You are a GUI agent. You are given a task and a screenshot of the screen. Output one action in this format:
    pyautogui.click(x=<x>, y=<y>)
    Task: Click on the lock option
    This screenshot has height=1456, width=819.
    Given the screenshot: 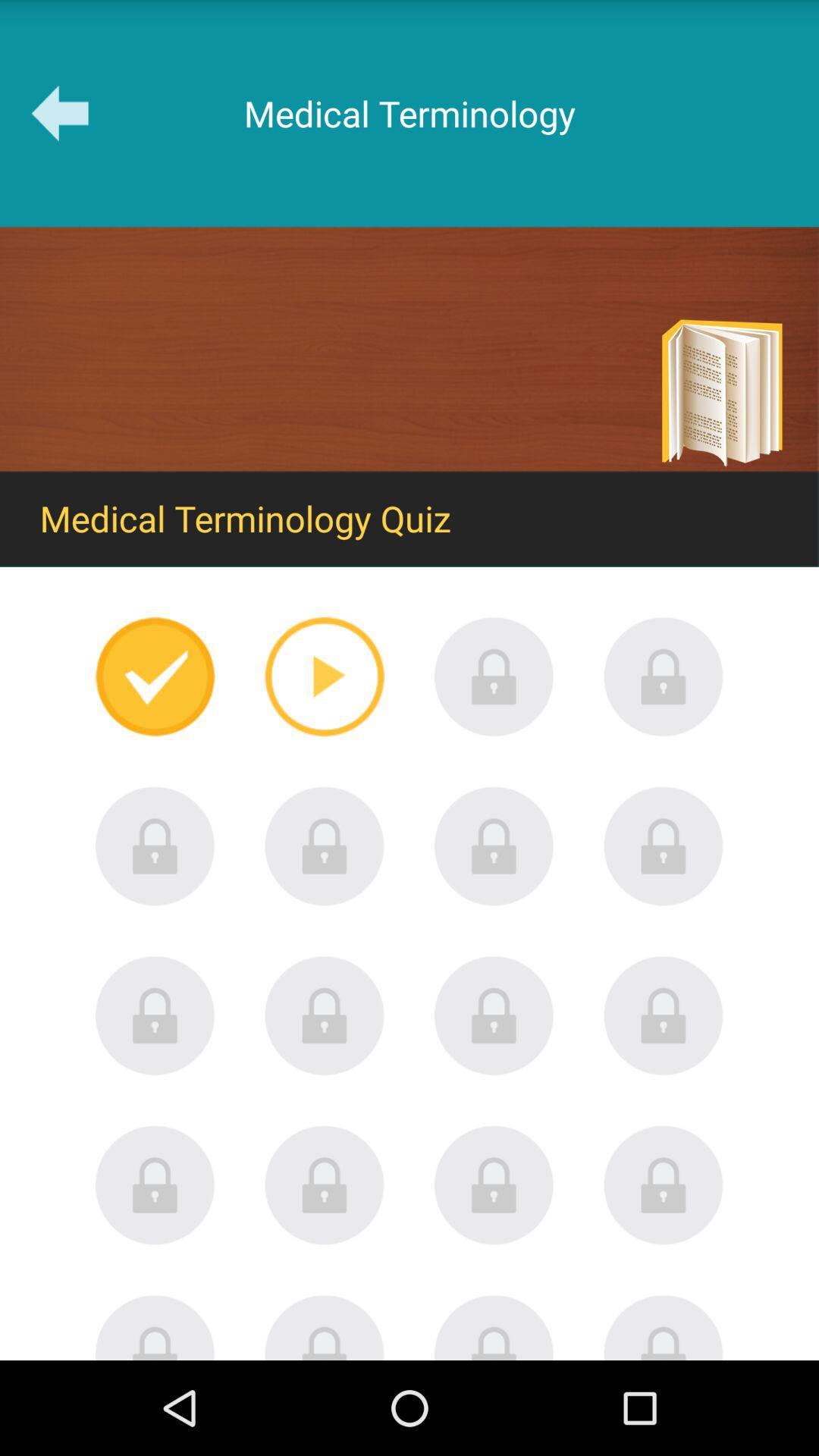 What is the action you would take?
    pyautogui.click(x=663, y=676)
    